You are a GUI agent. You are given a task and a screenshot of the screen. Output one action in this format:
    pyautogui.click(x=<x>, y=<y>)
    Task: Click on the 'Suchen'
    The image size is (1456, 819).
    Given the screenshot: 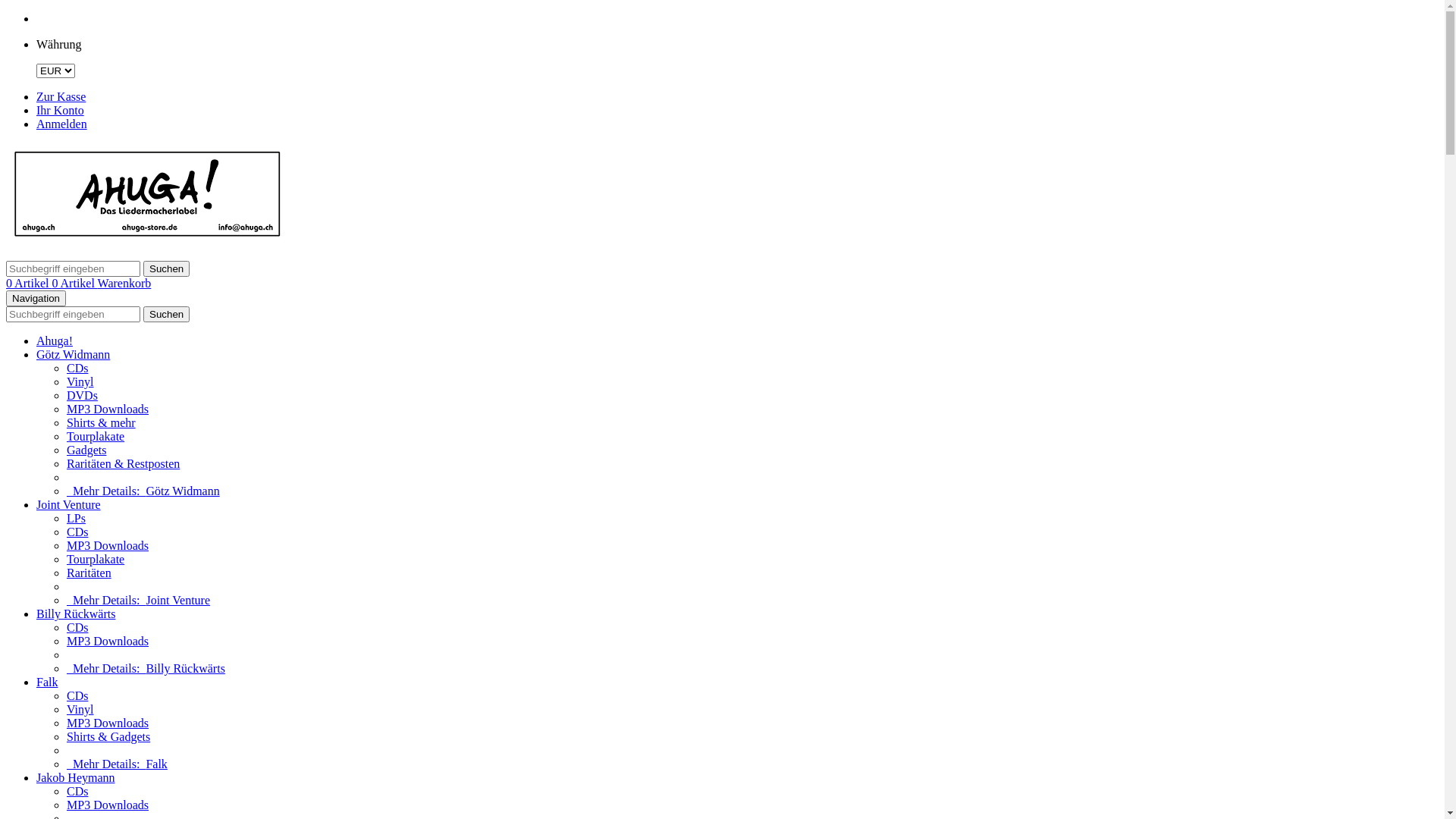 What is the action you would take?
    pyautogui.click(x=166, y=313)
    